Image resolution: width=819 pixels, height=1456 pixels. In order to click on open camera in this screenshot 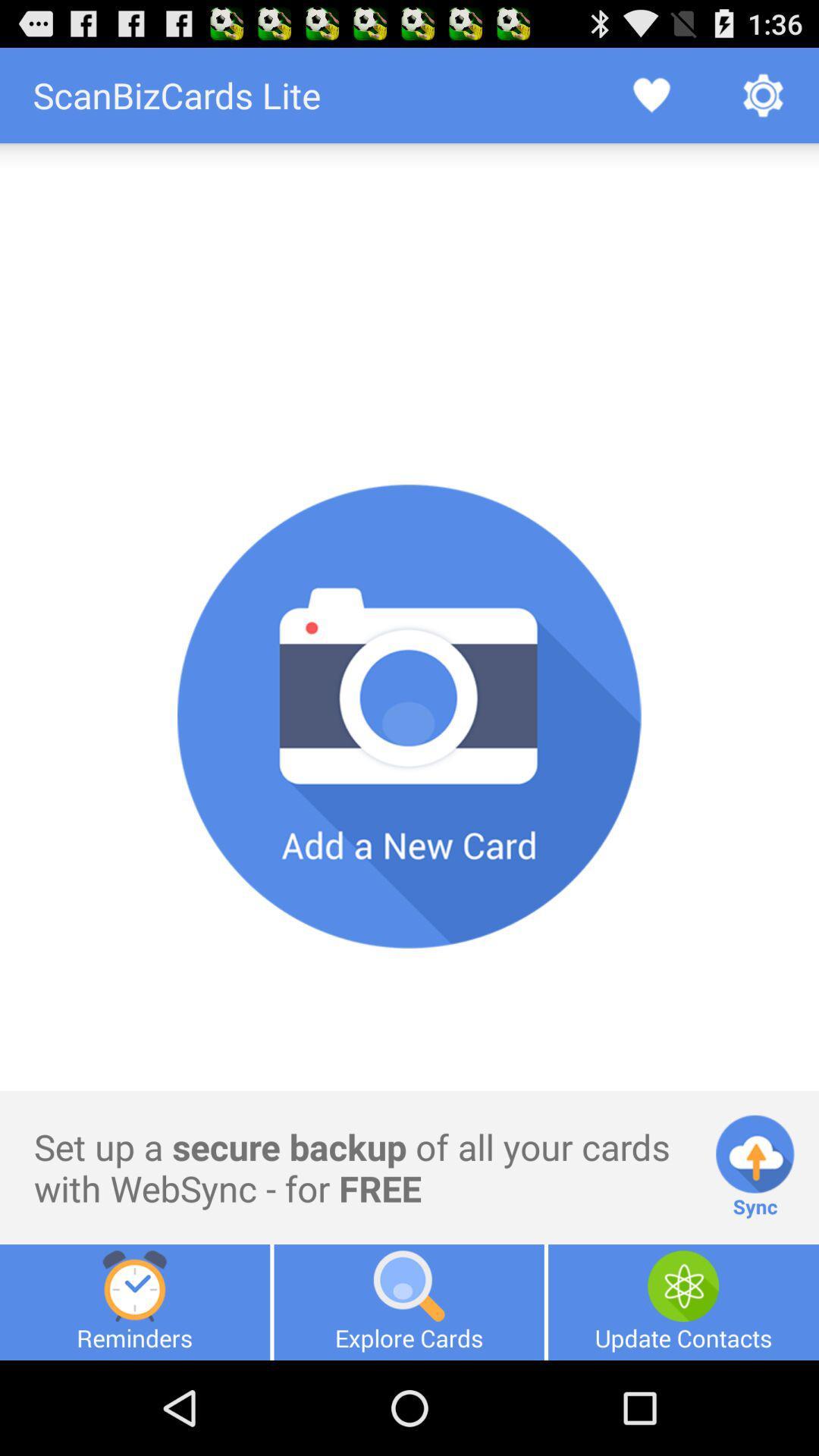, I will do `click(409, 716)`.